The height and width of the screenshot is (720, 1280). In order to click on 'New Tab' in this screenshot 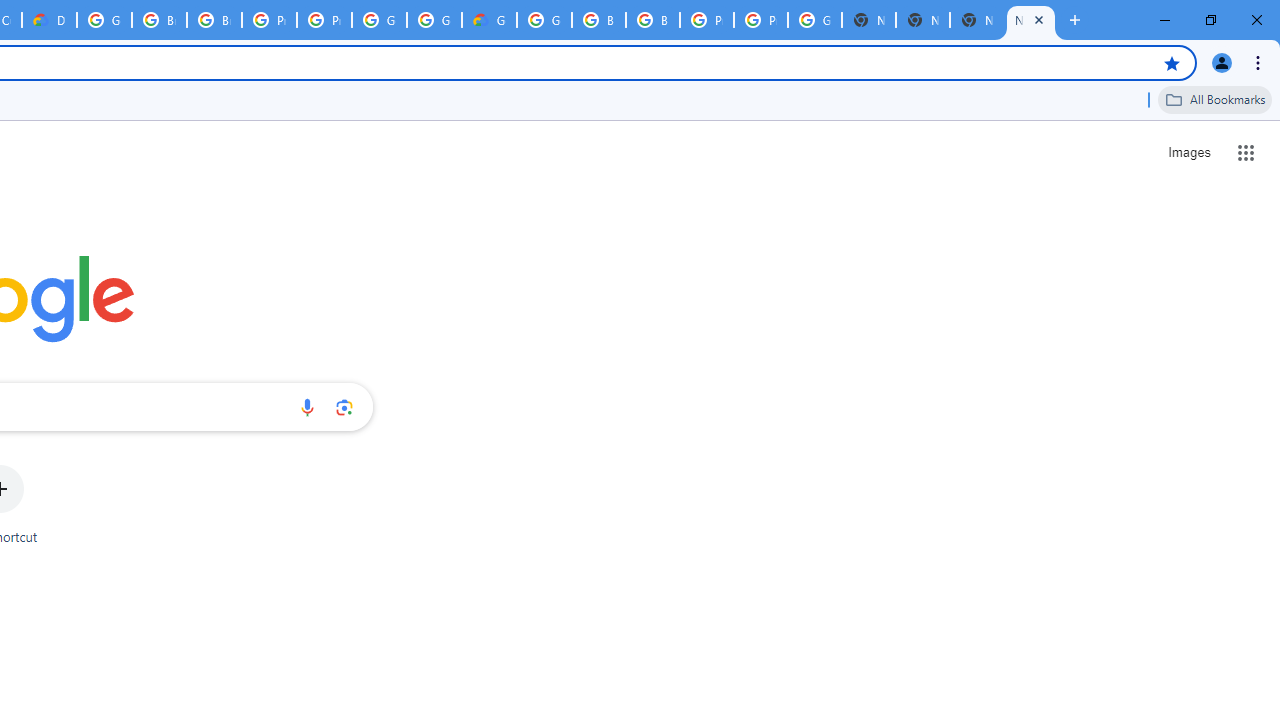, I will do `click(1031, 20)`.